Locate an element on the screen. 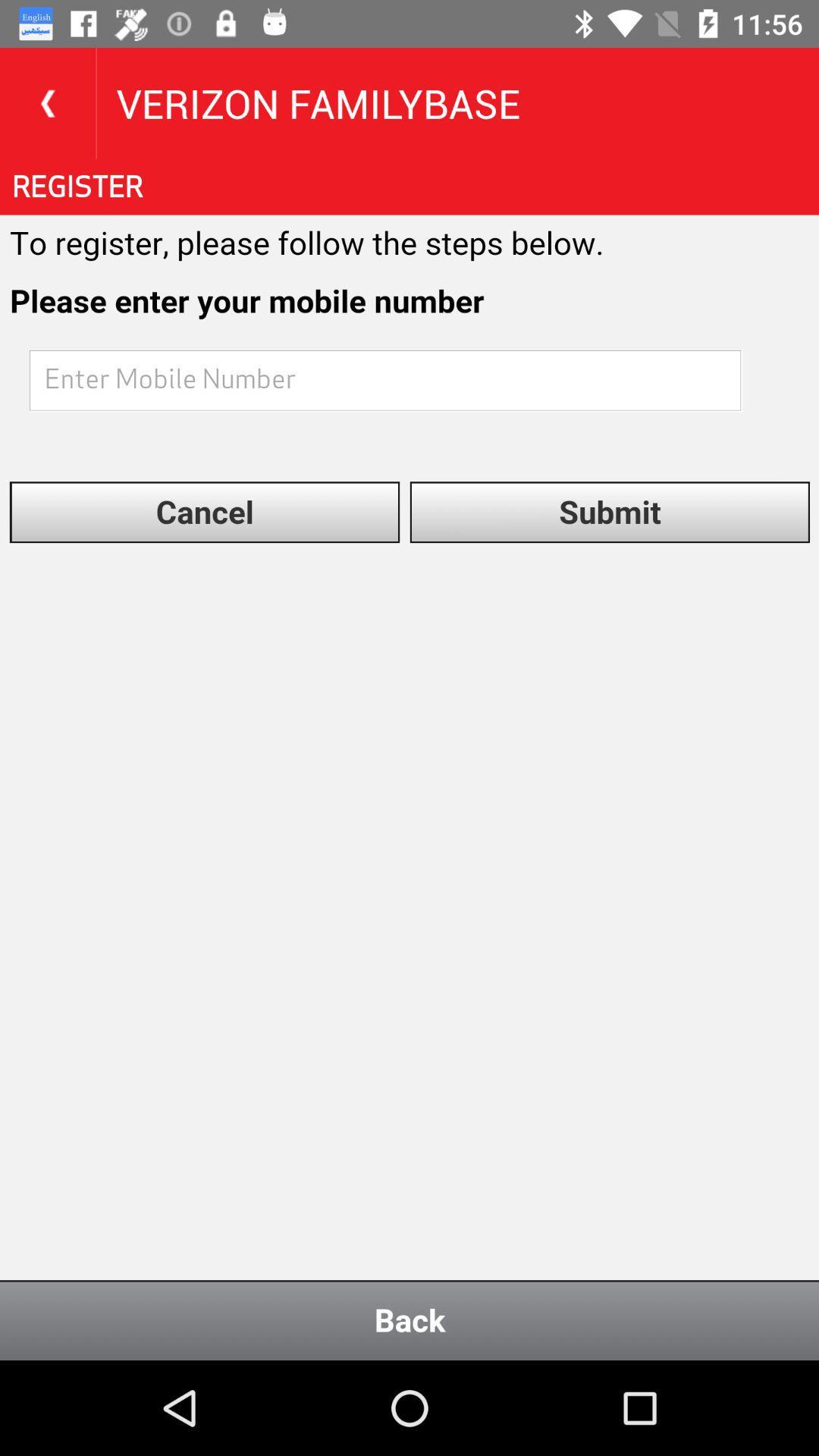 The height and width of the screenshot is (1456, 819). register page is located at coordinates (409, 760).